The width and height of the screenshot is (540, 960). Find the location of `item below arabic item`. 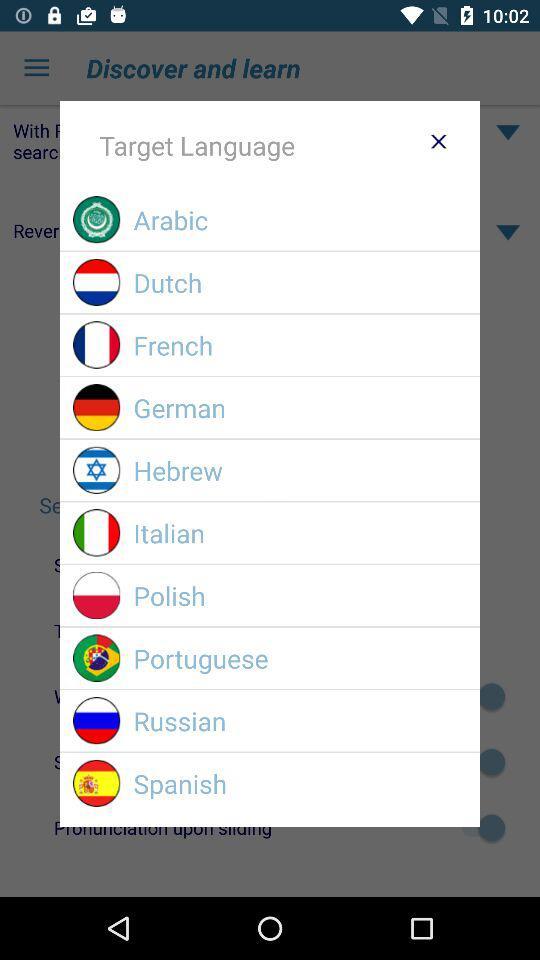

item below arabic item is located at coordinates (299, 281).